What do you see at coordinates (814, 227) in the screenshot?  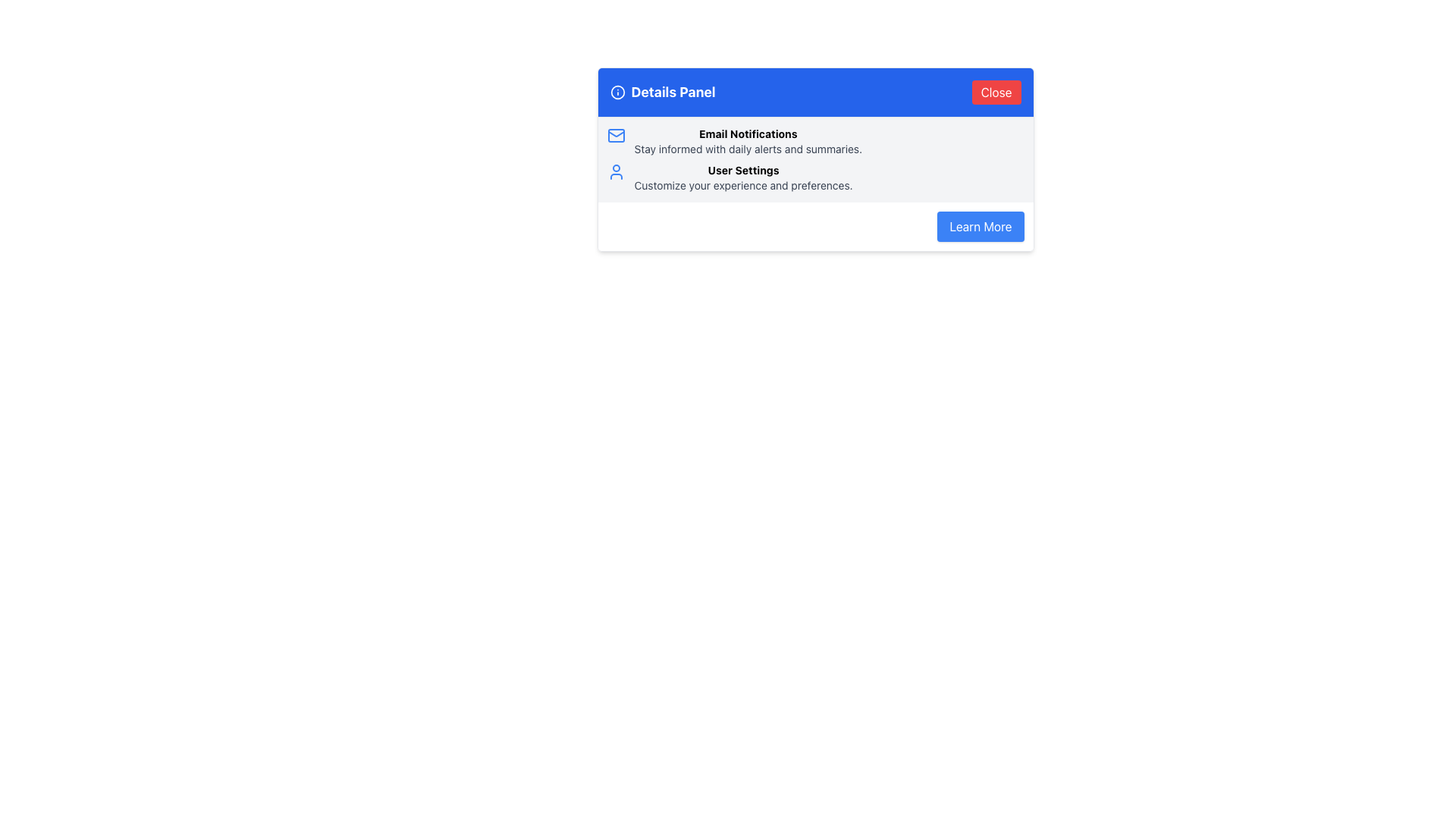 I see `the 'Learn More' button located at the bottom-right section of the information panel` at bounding box center [814, 227].